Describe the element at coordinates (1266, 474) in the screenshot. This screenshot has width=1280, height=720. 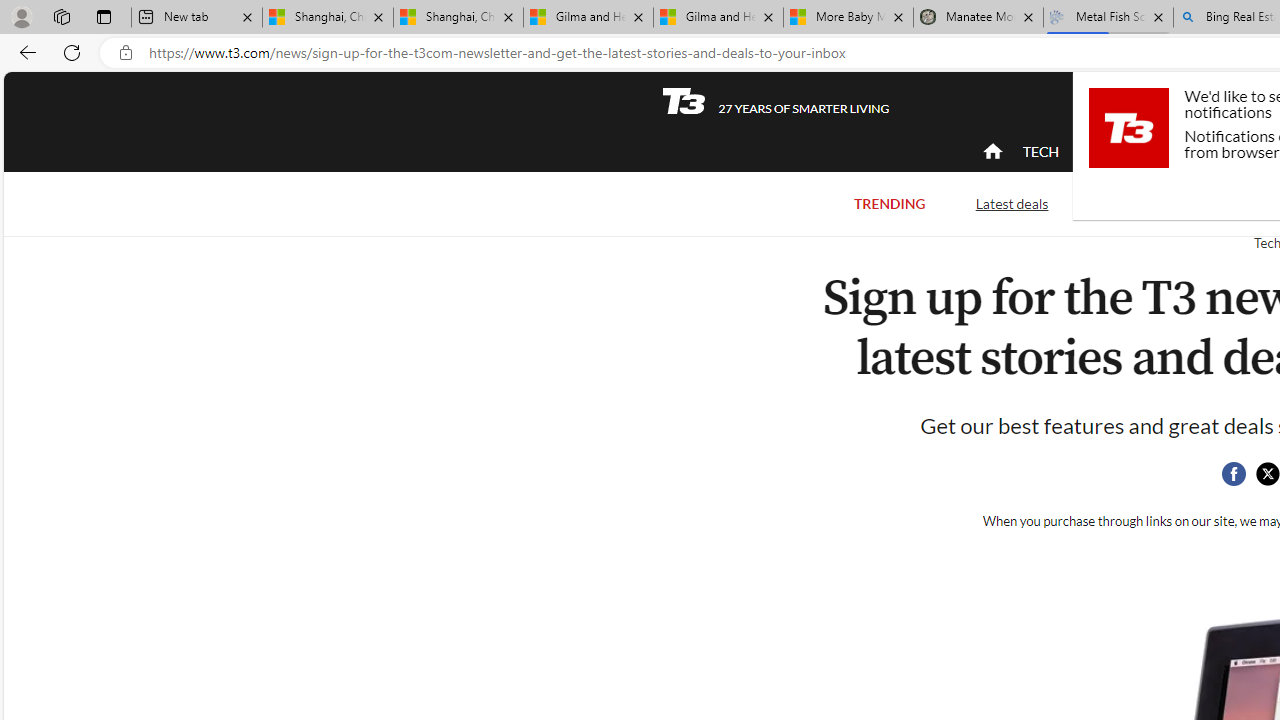
I see `'Share this page on Twitter'` at that location.